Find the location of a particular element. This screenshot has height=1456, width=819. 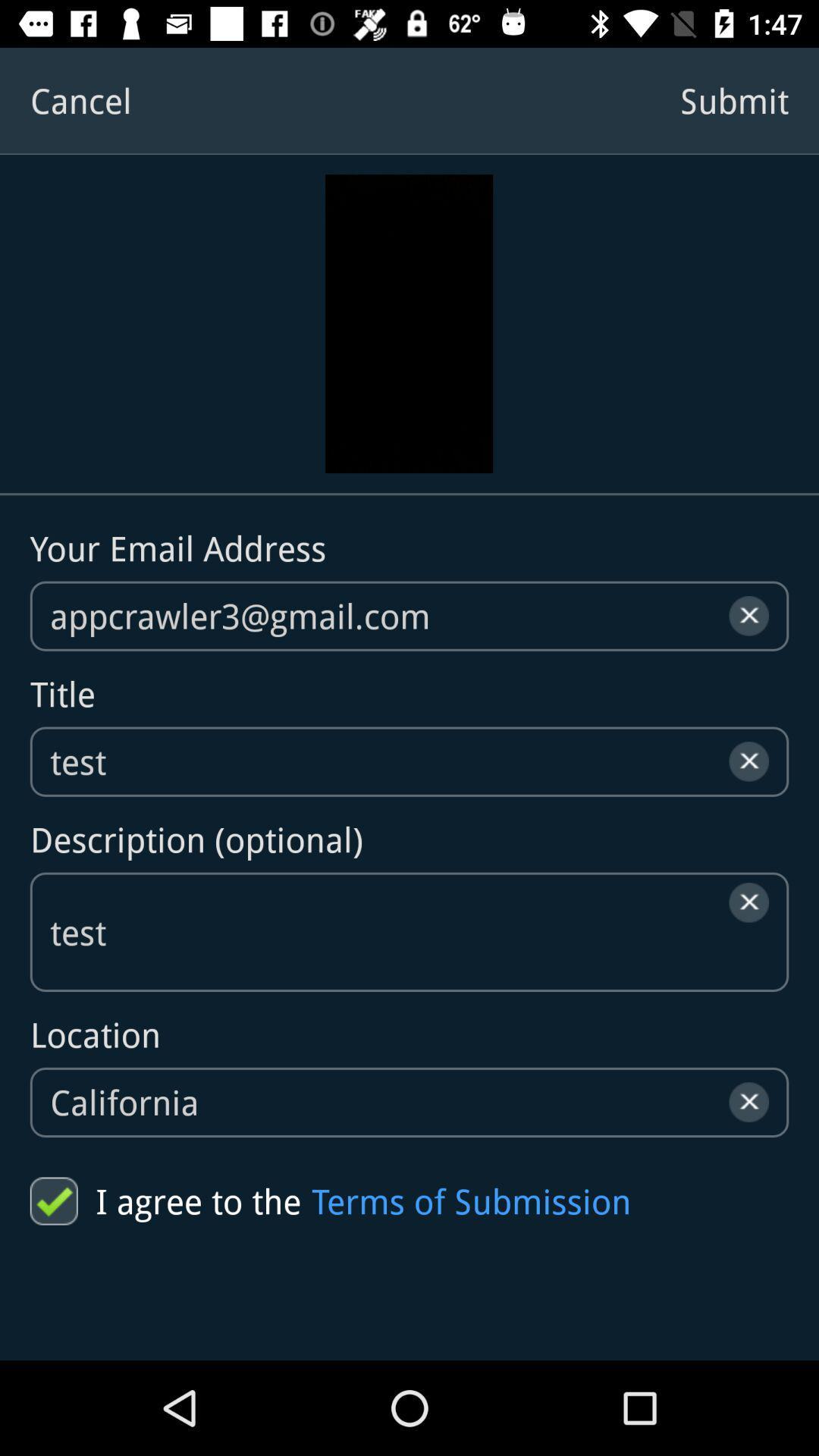

the close icon is located at coordinates (748, 616).